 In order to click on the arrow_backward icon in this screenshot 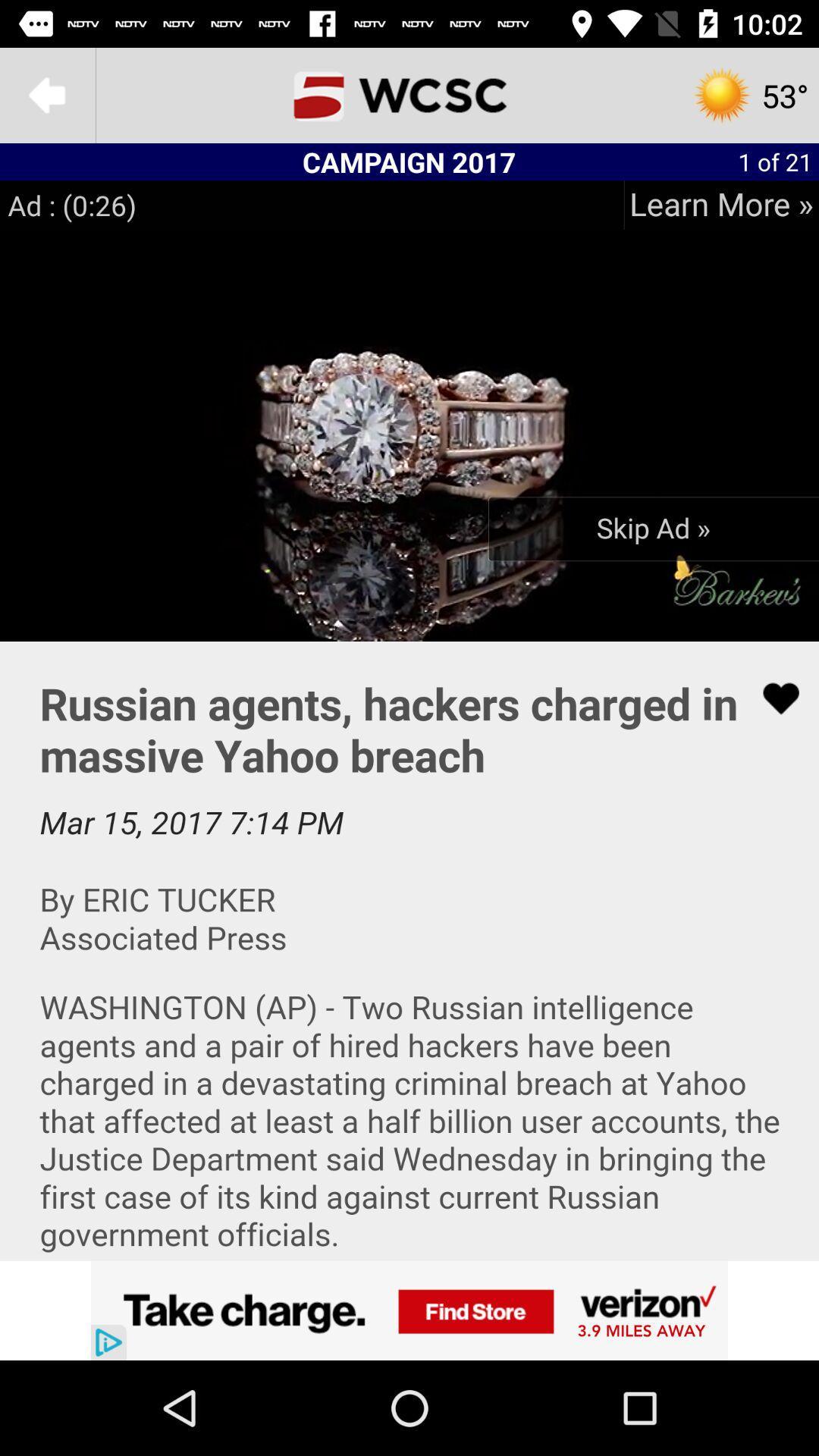, I will do `click(46, 94)`.